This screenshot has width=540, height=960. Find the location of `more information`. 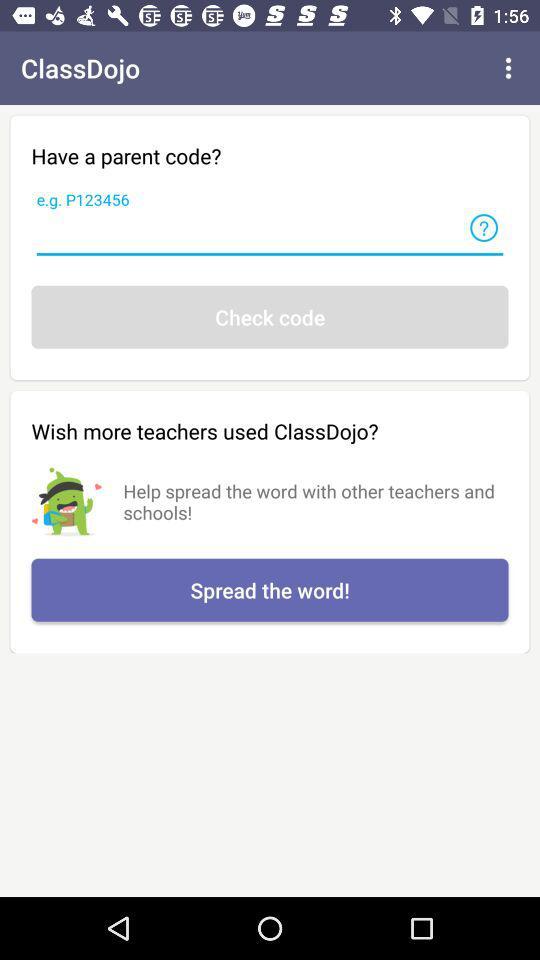

more information is located at coordinates (483, 228).